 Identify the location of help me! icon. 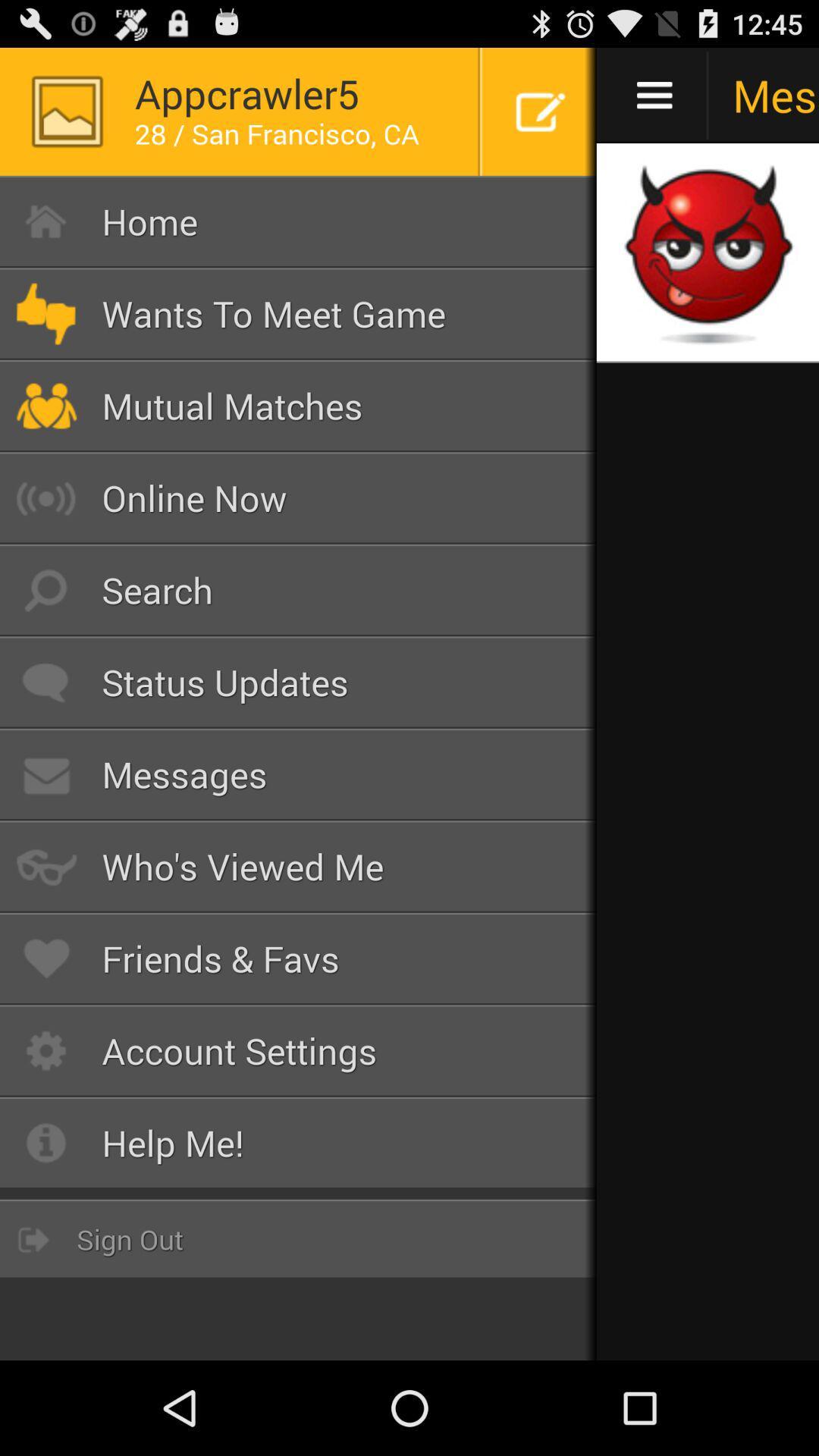
(298, 1143).